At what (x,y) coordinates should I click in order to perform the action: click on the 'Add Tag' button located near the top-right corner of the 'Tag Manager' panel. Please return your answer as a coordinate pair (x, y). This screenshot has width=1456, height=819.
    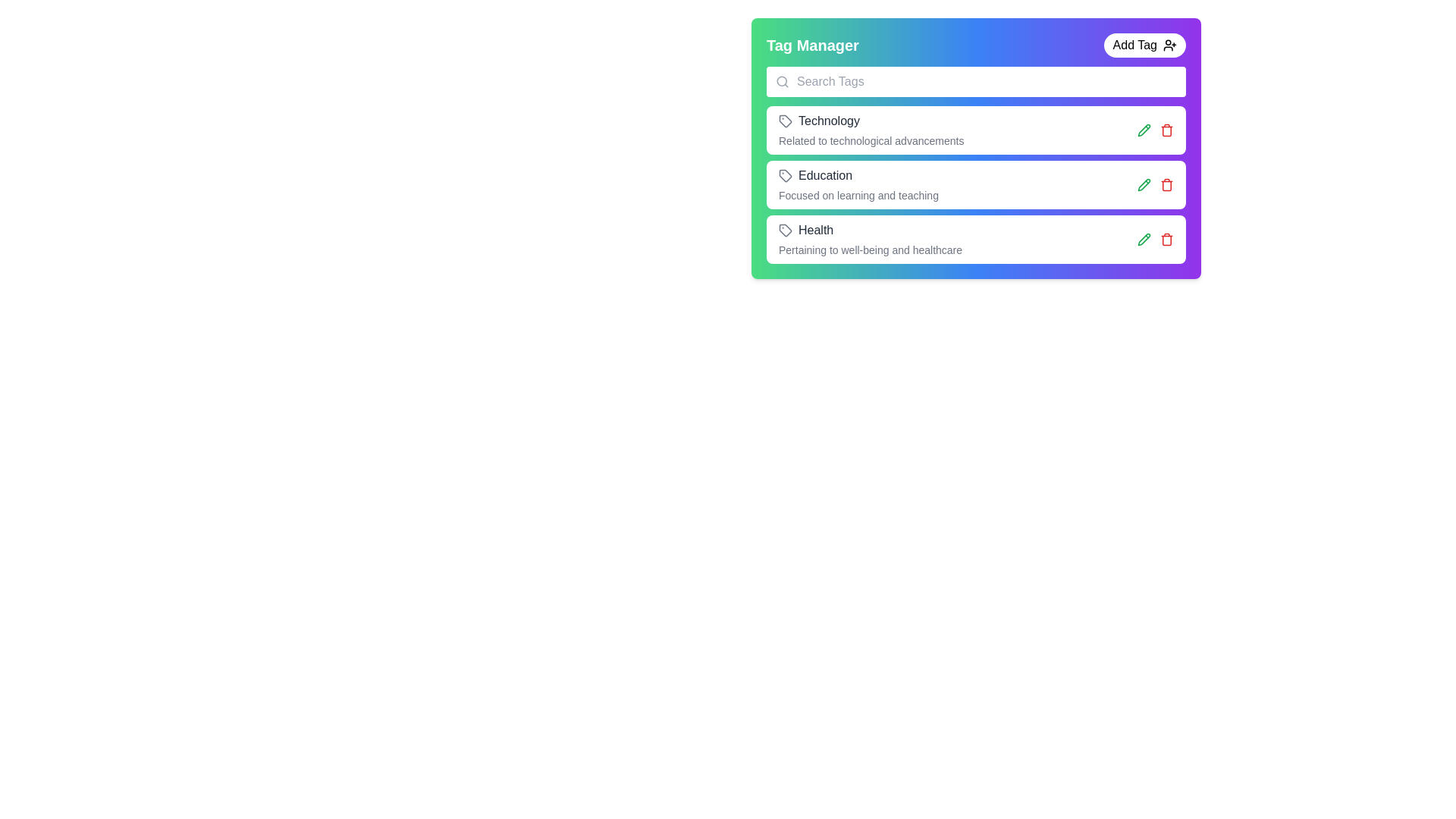
    Looking at the image, I should click on (1144, 45).